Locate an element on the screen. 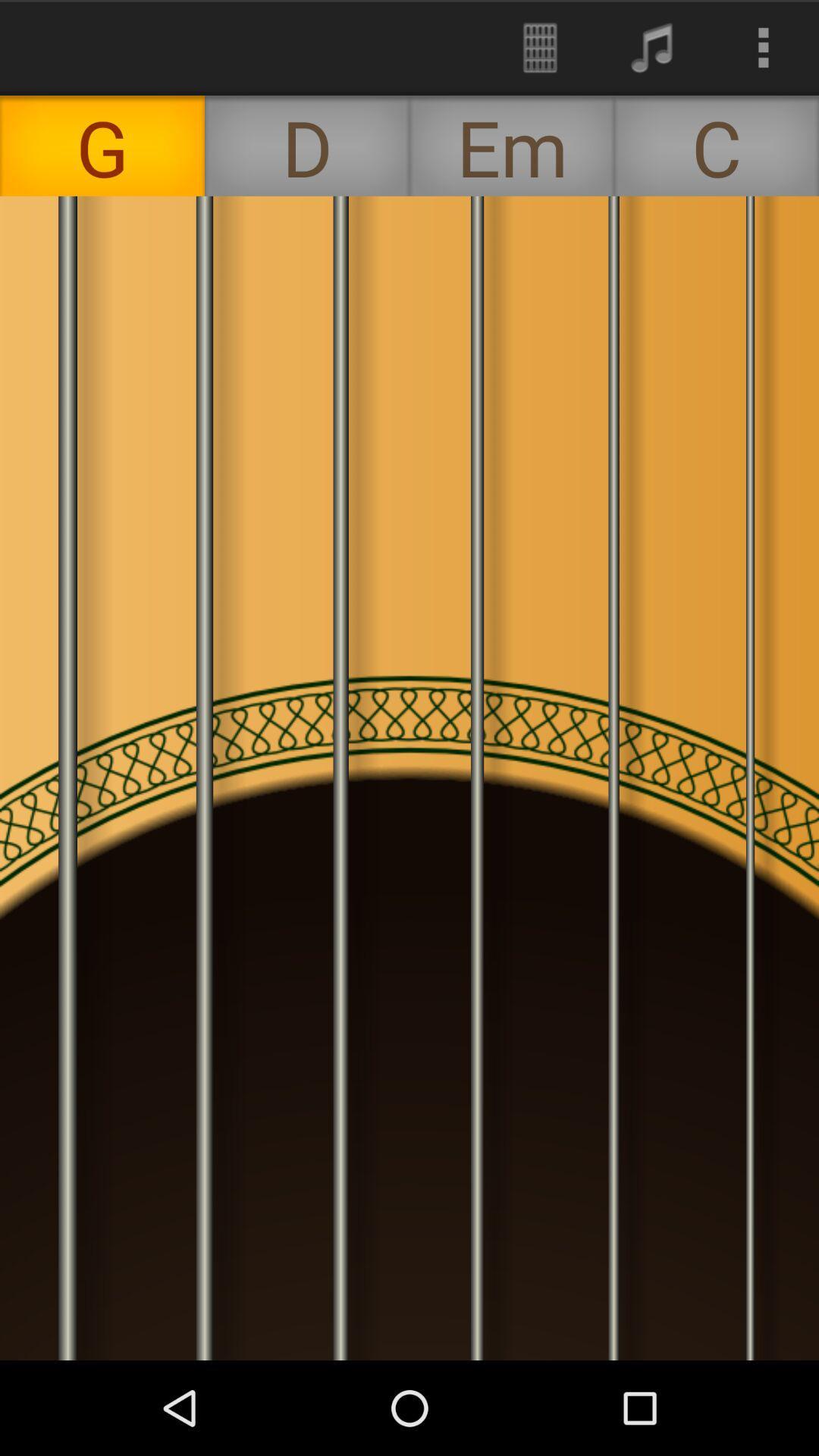  the icon next to c icon is located at coordinates (512, 146).